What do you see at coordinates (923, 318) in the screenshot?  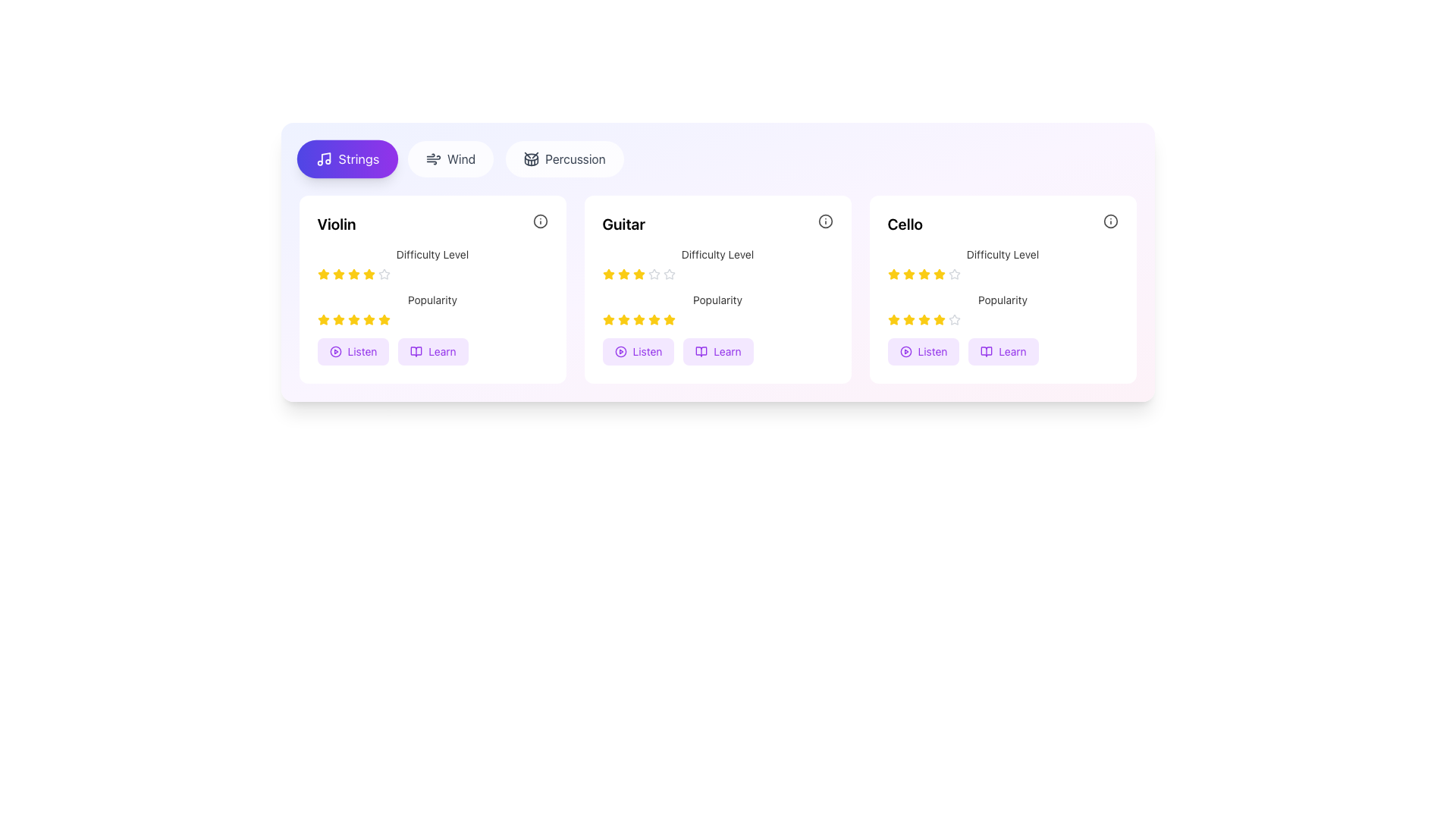 I see `the fourth star icon` at bounding box center [923, 318].